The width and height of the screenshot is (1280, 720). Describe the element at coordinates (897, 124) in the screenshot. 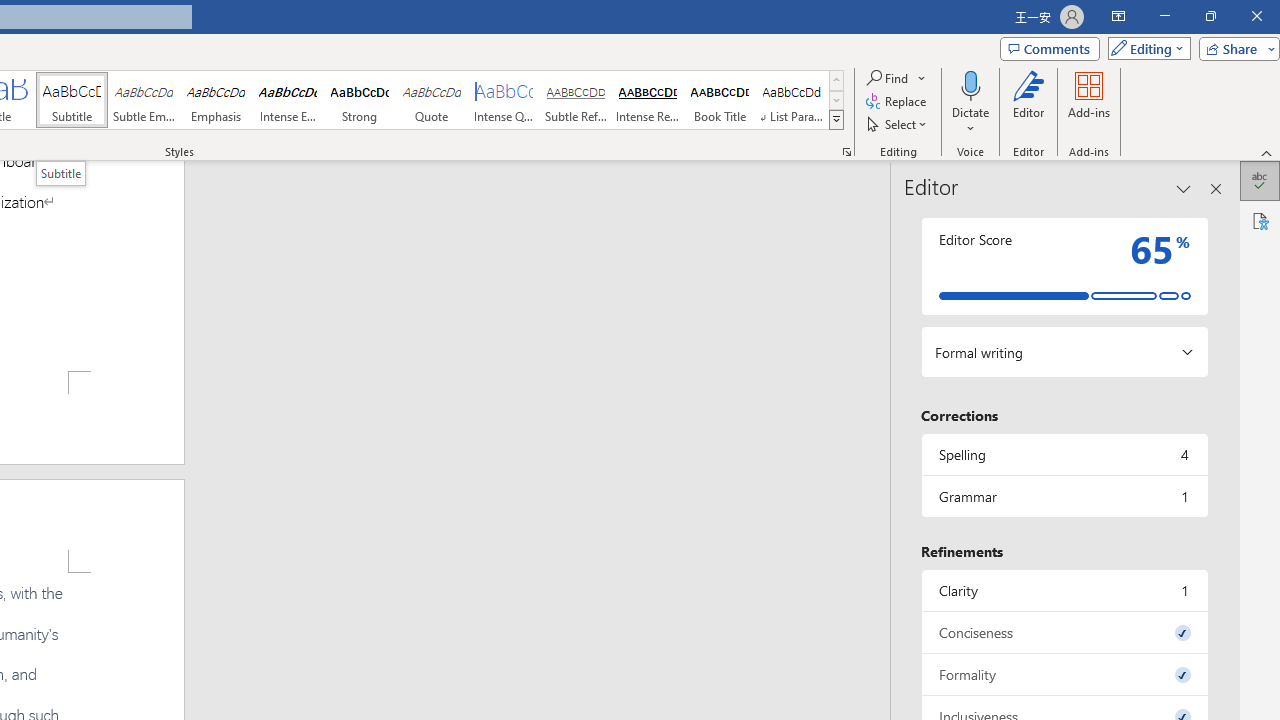

I see `'Select'` at that location.